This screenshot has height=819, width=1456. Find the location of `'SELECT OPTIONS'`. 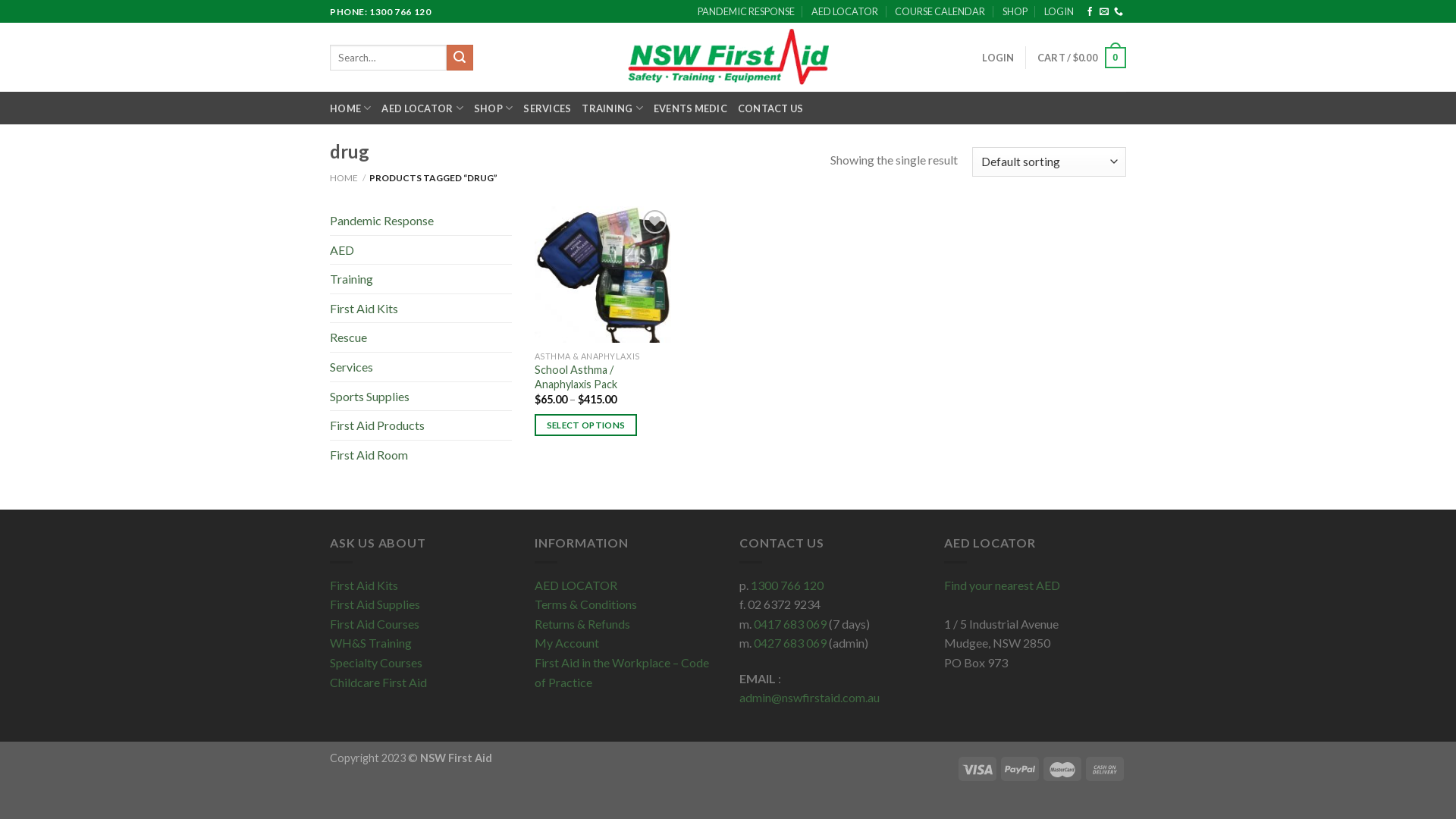

'SELECT OPTIONS' is located at coordinates (585, 425).